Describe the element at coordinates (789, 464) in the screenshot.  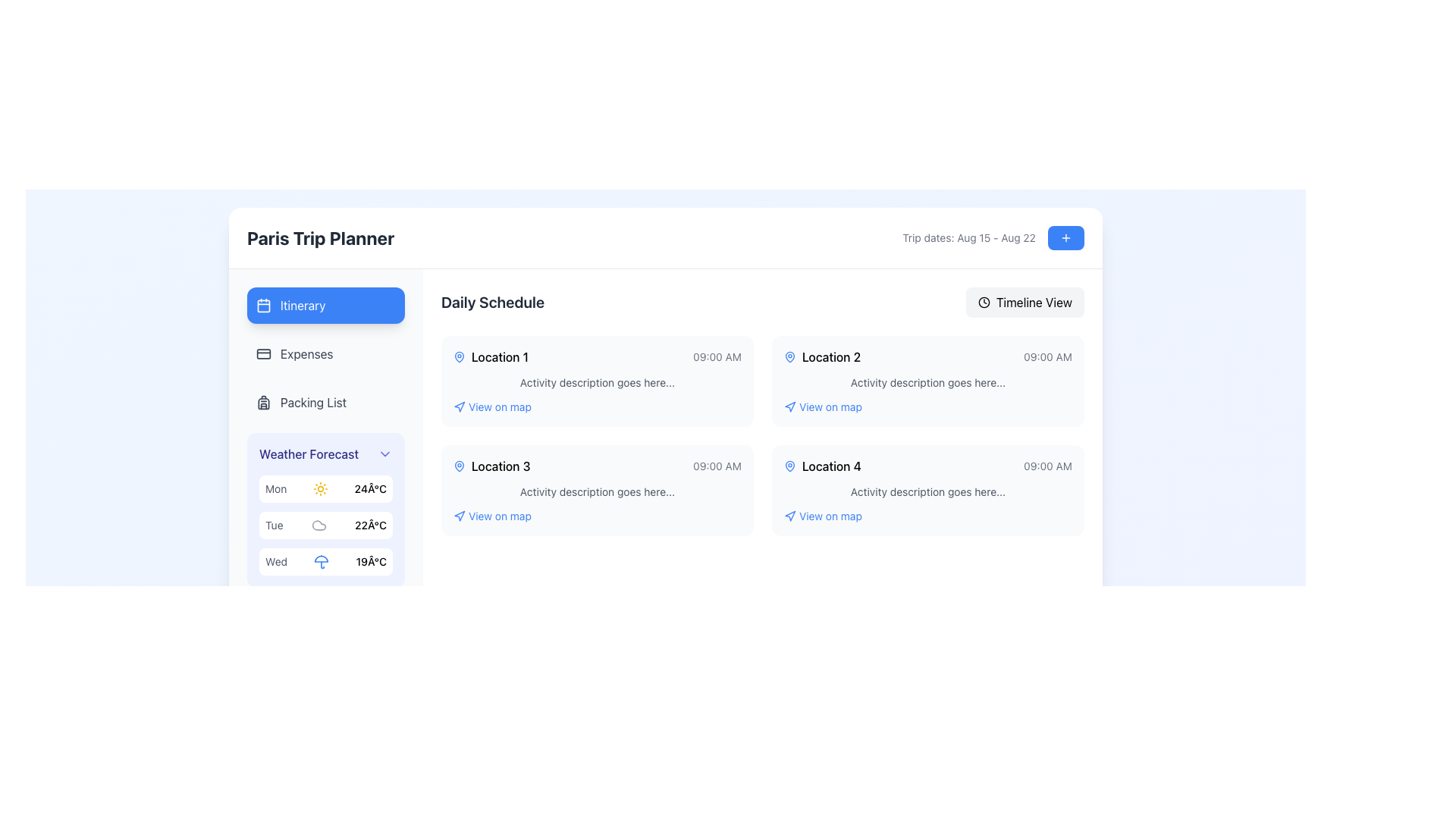
I see `the map pin icon located within the 'Location 4' box under the 'Daily Schedule' section` at that location.